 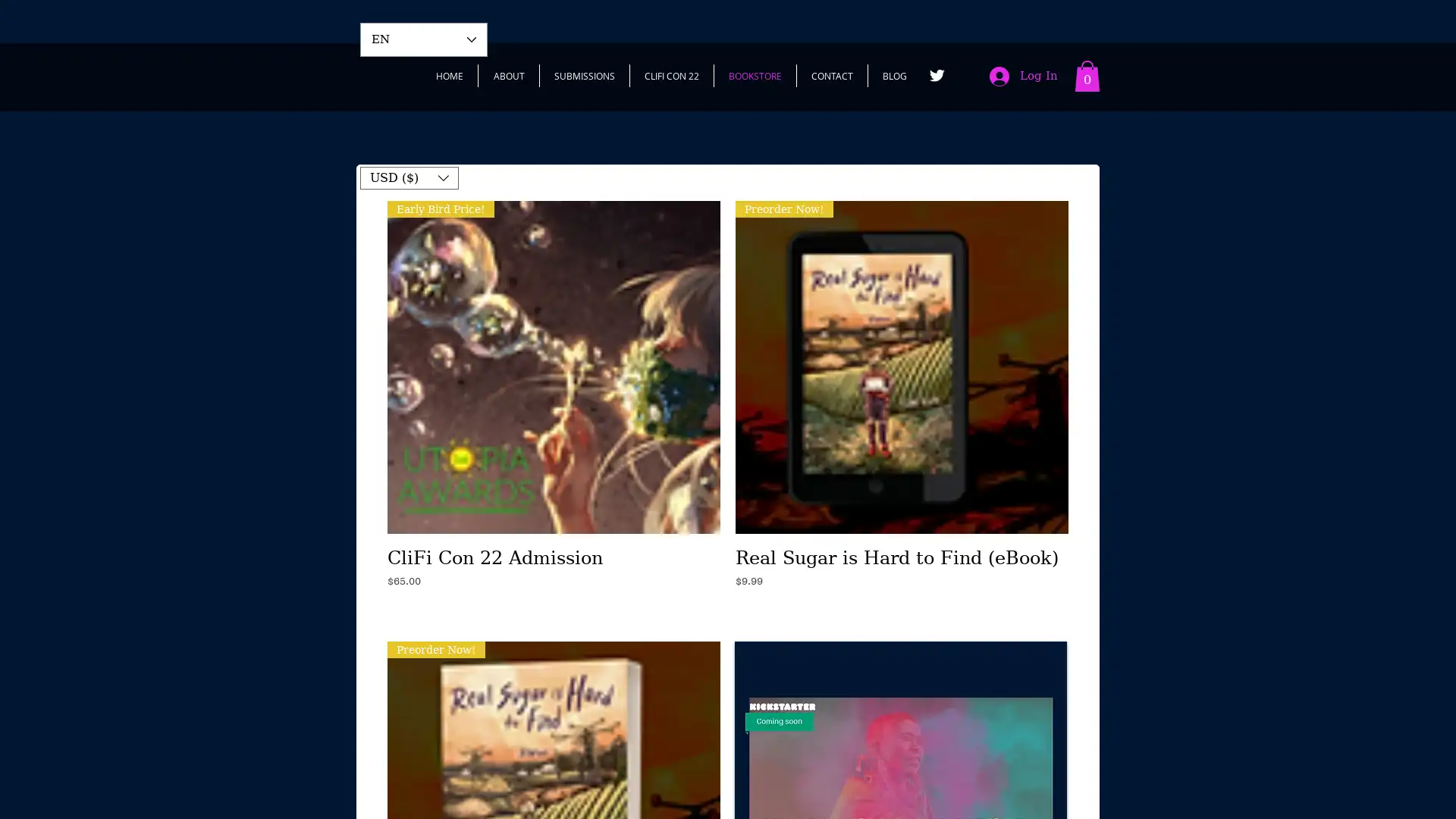 I want to click on Quick View, so click(x=902, y=553).